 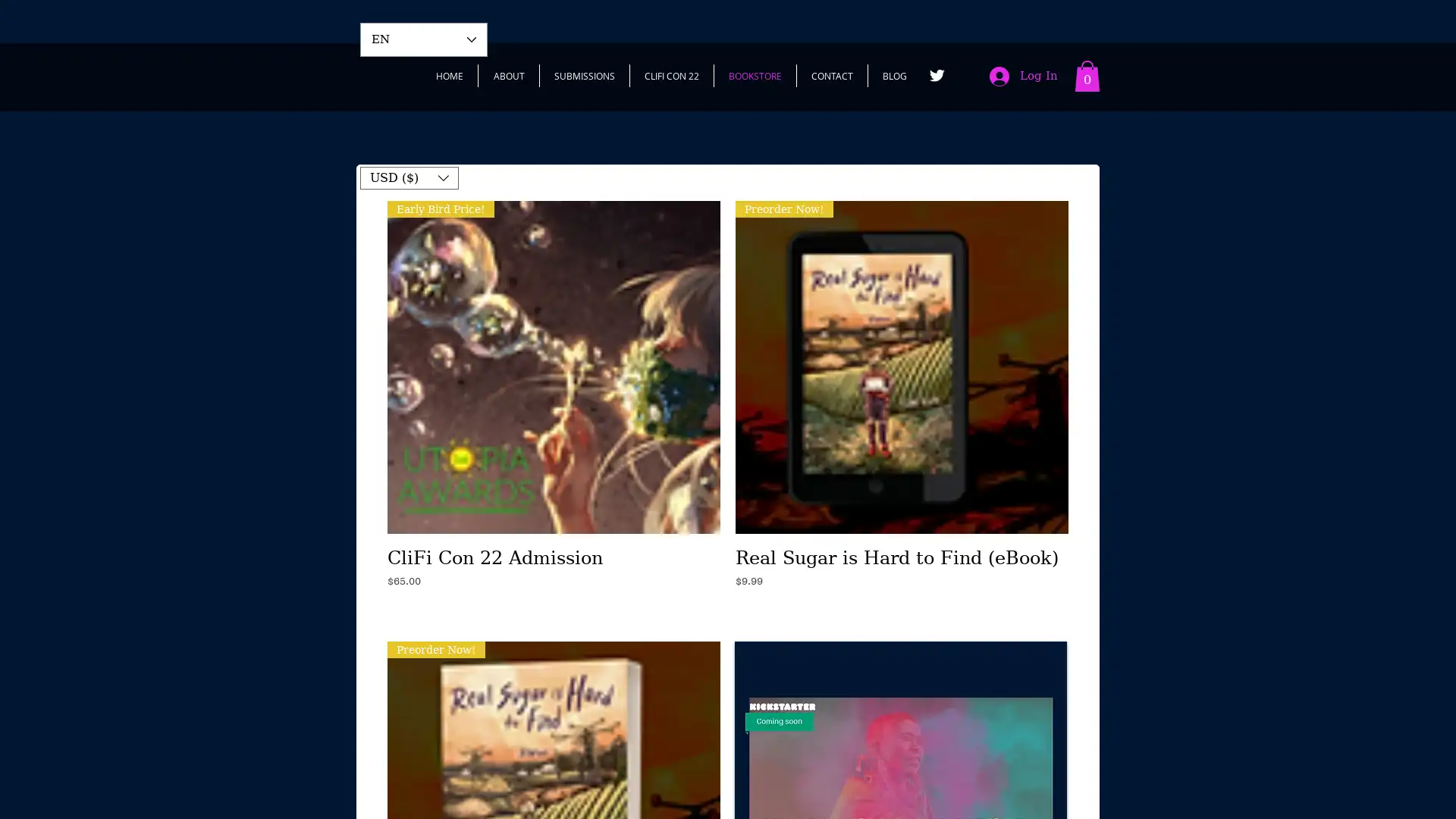 I want to click on Quick View, so click(x=902, y=553).